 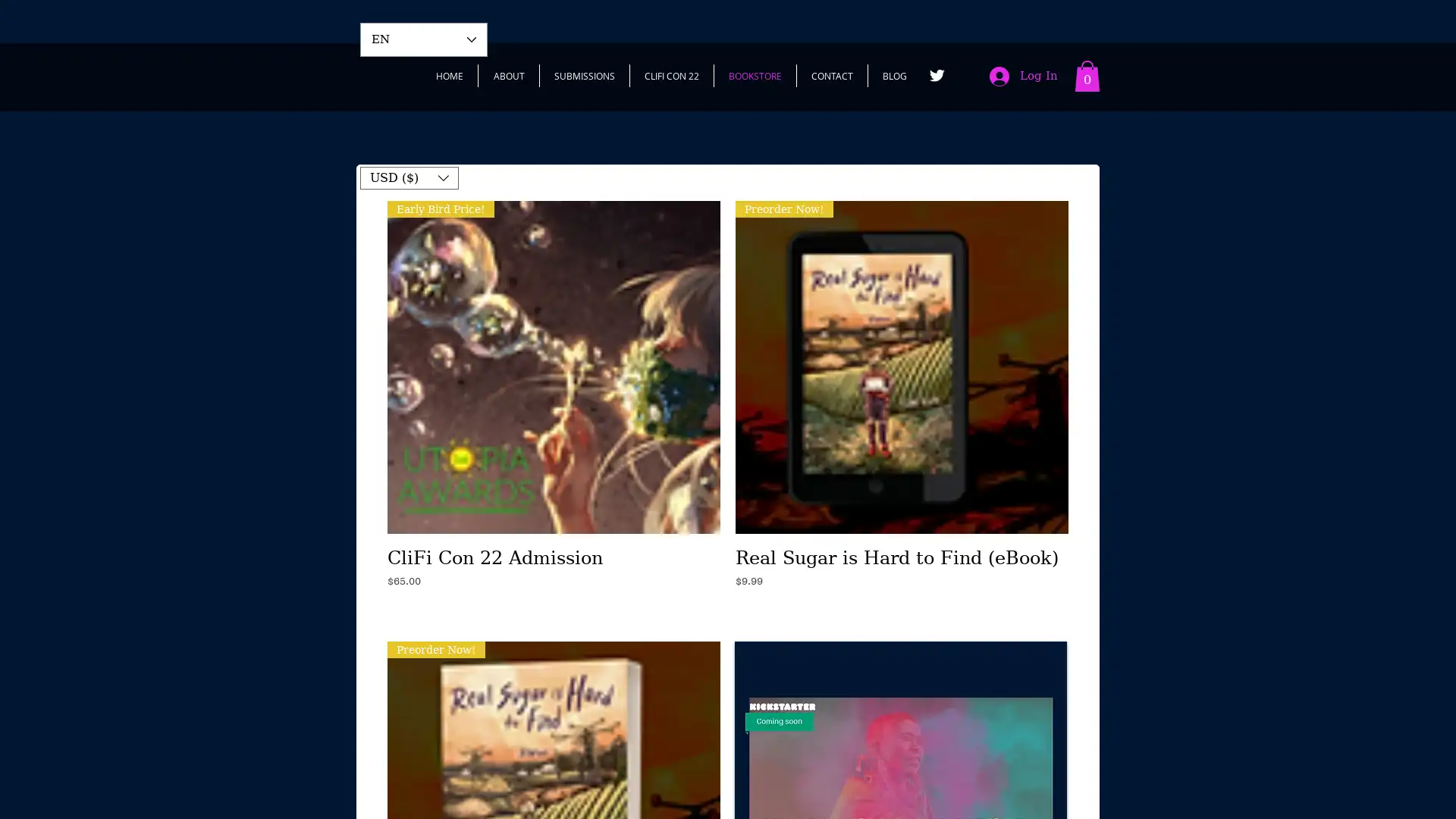 I want to click on Quick View, so click(x=902, y=553).